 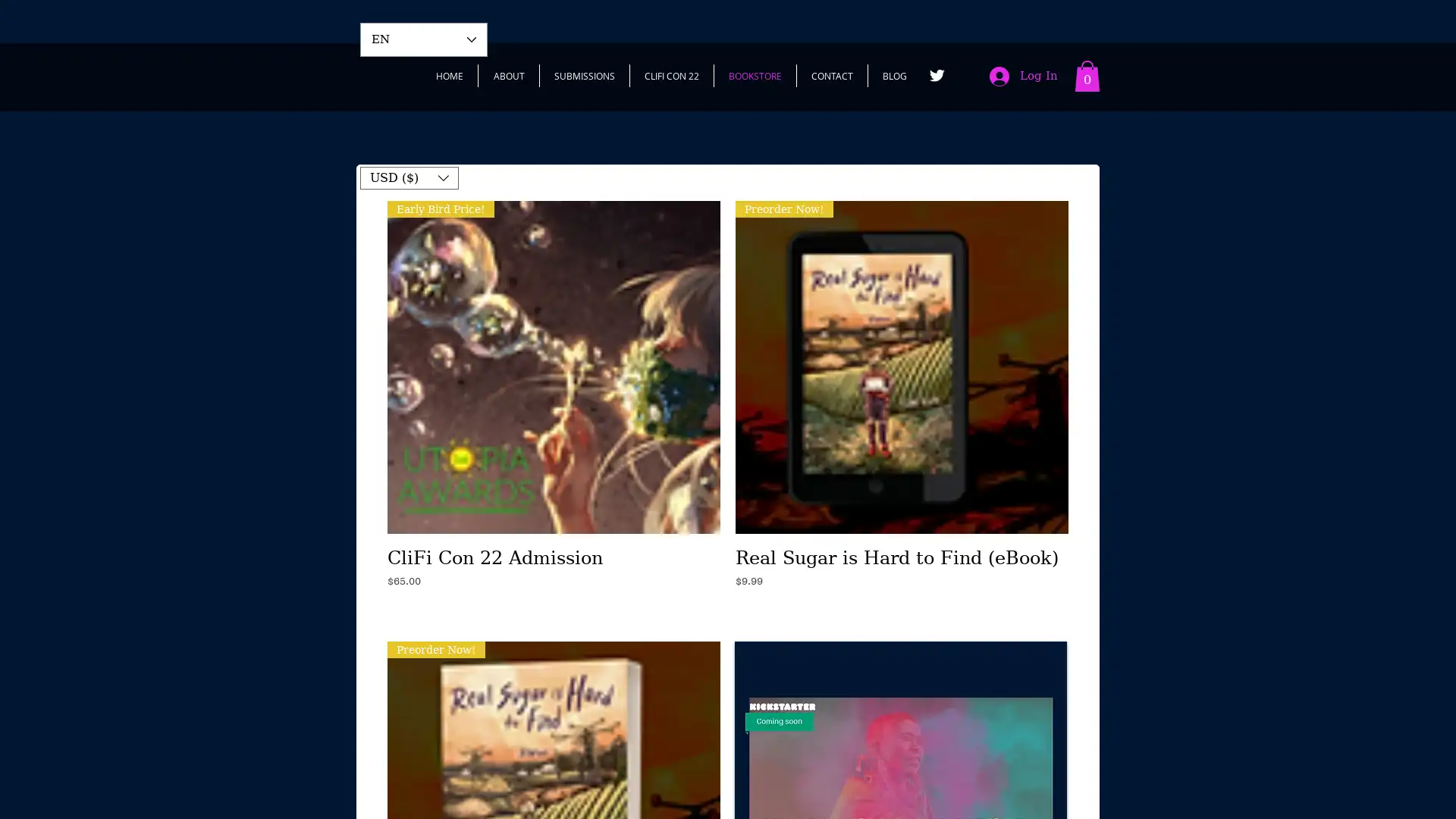 I want to click on Quick View, so click(x=902, y=553).